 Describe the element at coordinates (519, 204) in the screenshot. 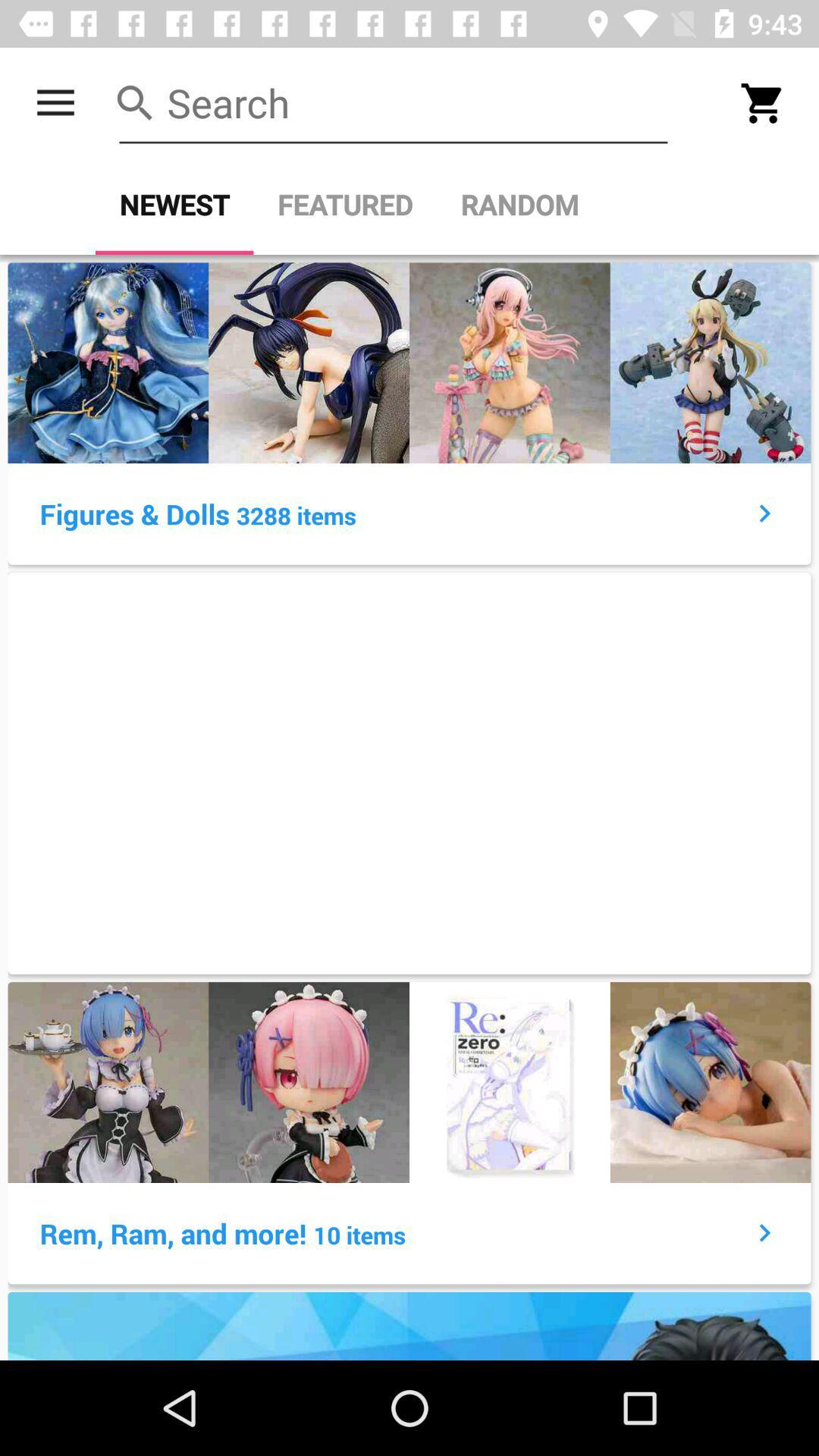

I see `item to the right of the featured icon` at that location.